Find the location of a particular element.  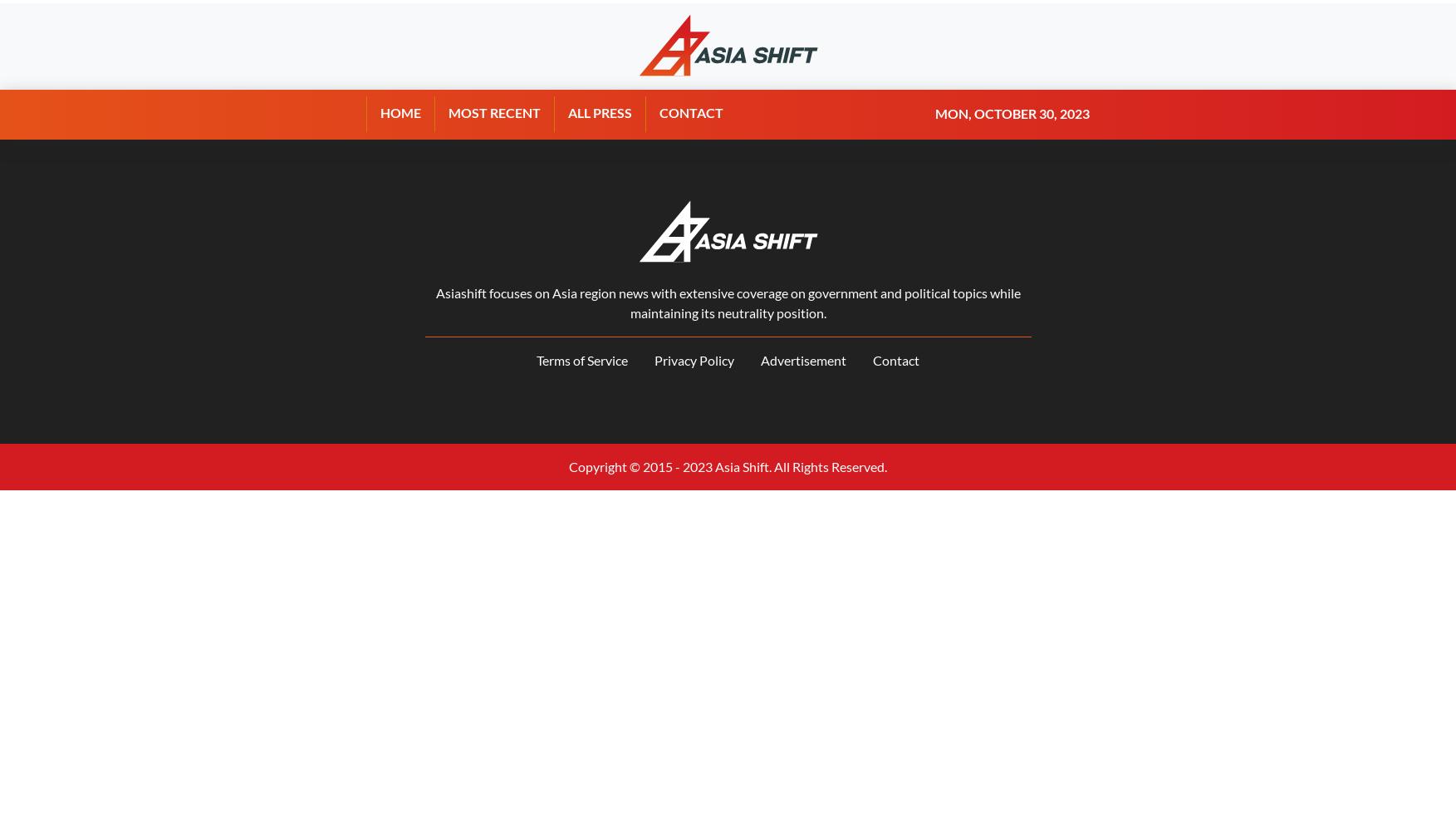

'CONTACT' is located at coordinates (691, 112).